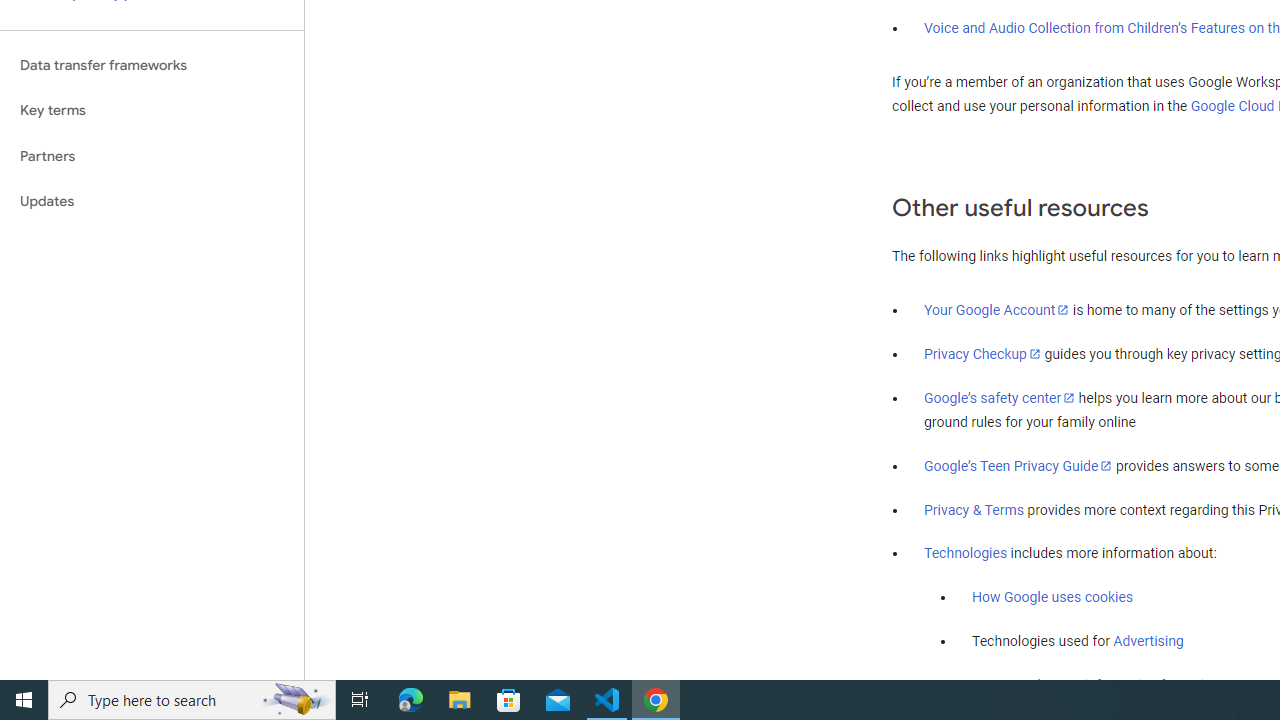  What do you see at coordinates (1148, 641) in the screenshot?
I see `'Advertising'` at bounding box center [1148, 641].